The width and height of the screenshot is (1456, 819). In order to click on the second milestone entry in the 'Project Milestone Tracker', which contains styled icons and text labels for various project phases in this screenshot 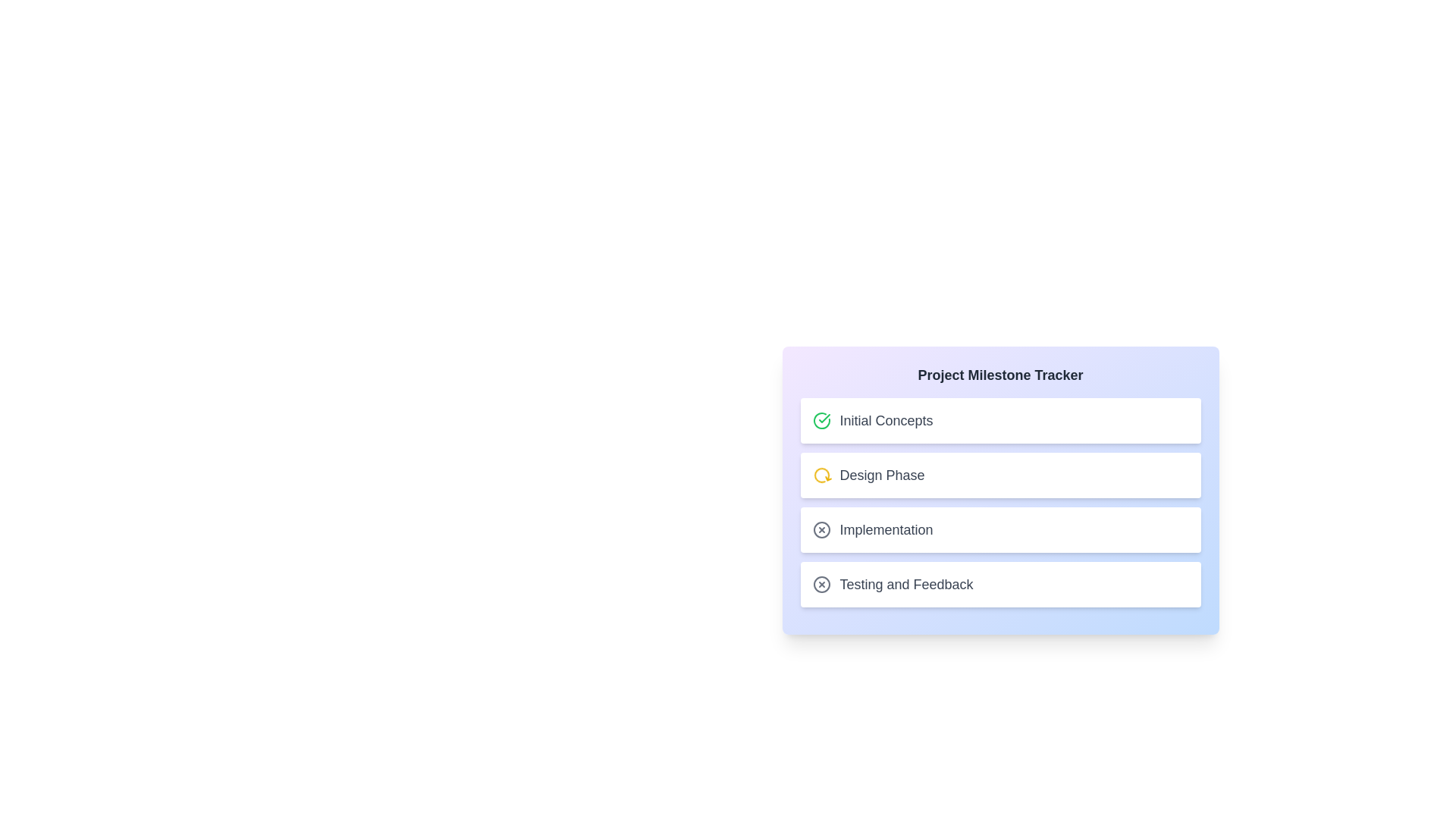, I will do `click(1000, 503)`.